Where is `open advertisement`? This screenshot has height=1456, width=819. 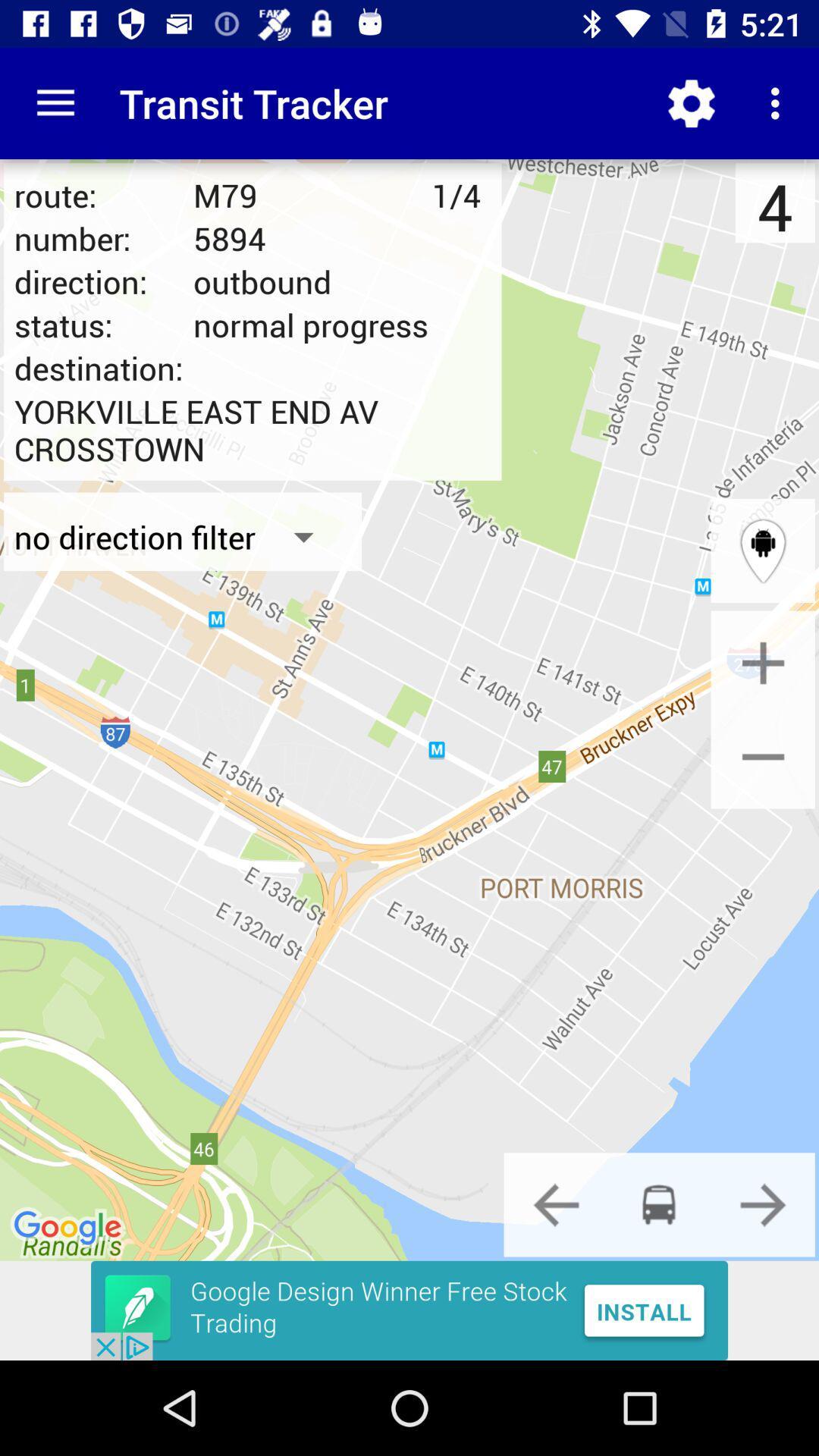 open advertisement is located at coordinates (409, 1310).